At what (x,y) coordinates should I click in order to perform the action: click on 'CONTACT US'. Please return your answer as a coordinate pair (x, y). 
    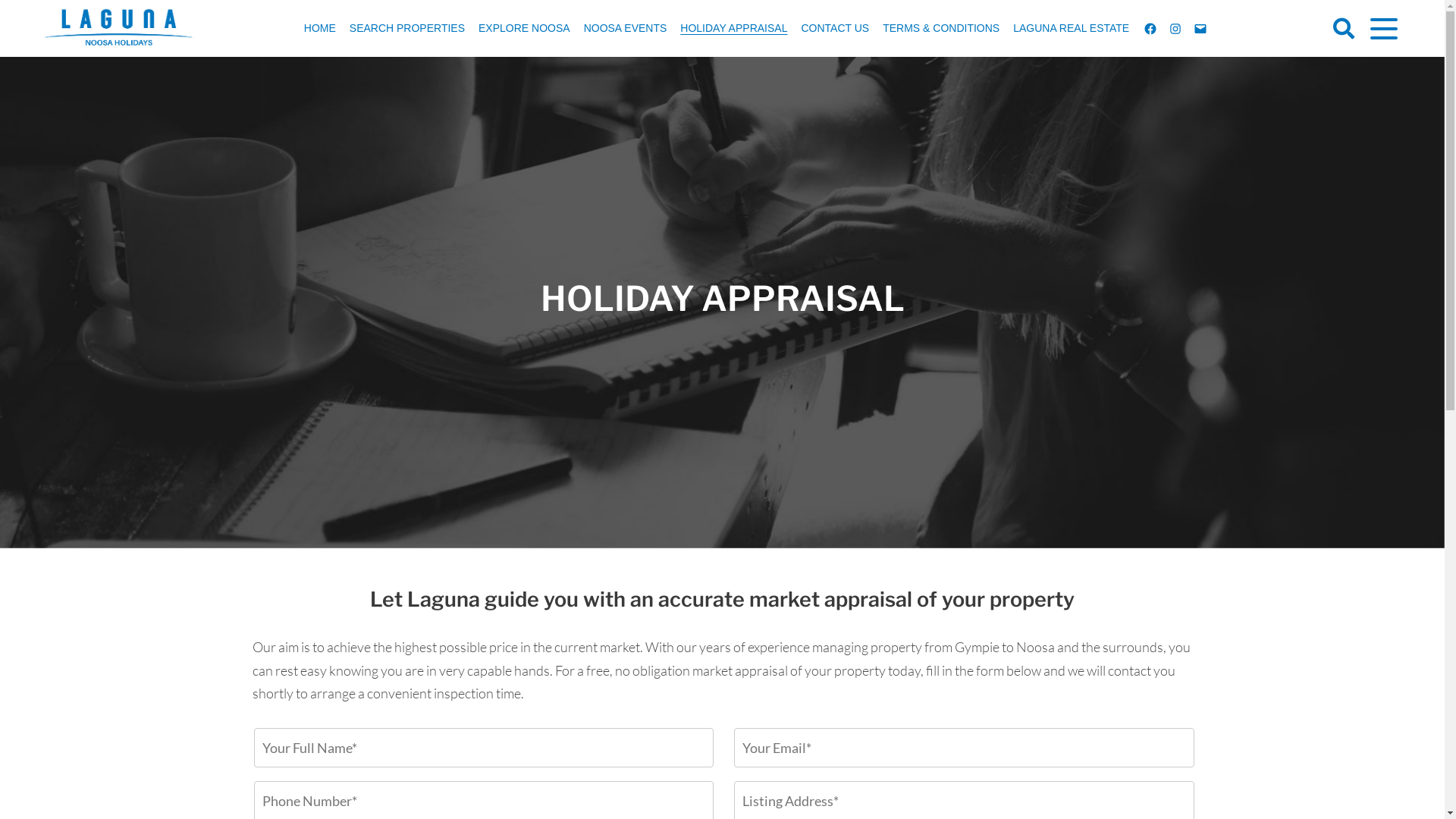
    Looking at the image, I should click on (833, 28).